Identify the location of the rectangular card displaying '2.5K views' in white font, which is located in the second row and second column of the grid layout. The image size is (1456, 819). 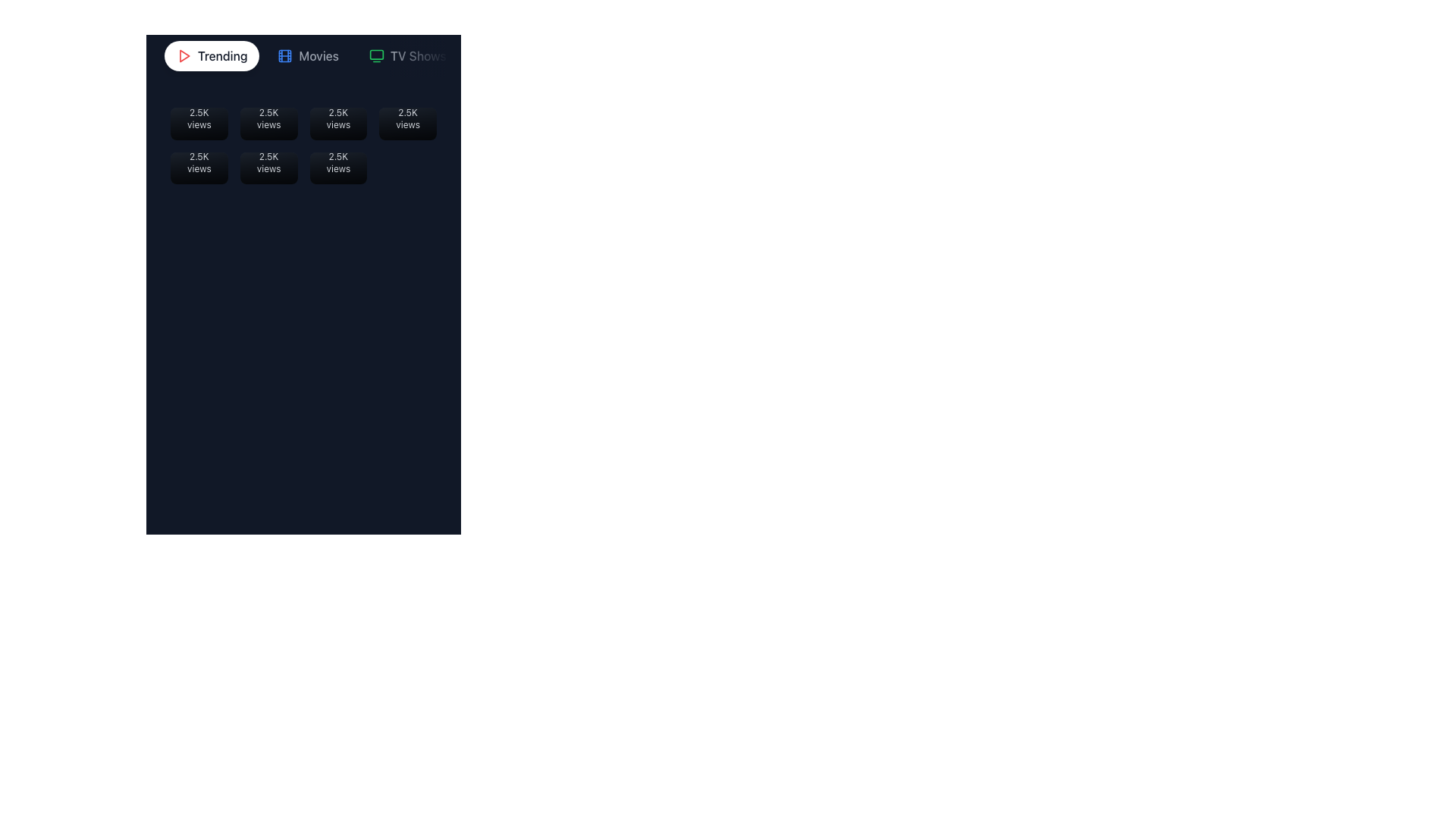
(268, 168).